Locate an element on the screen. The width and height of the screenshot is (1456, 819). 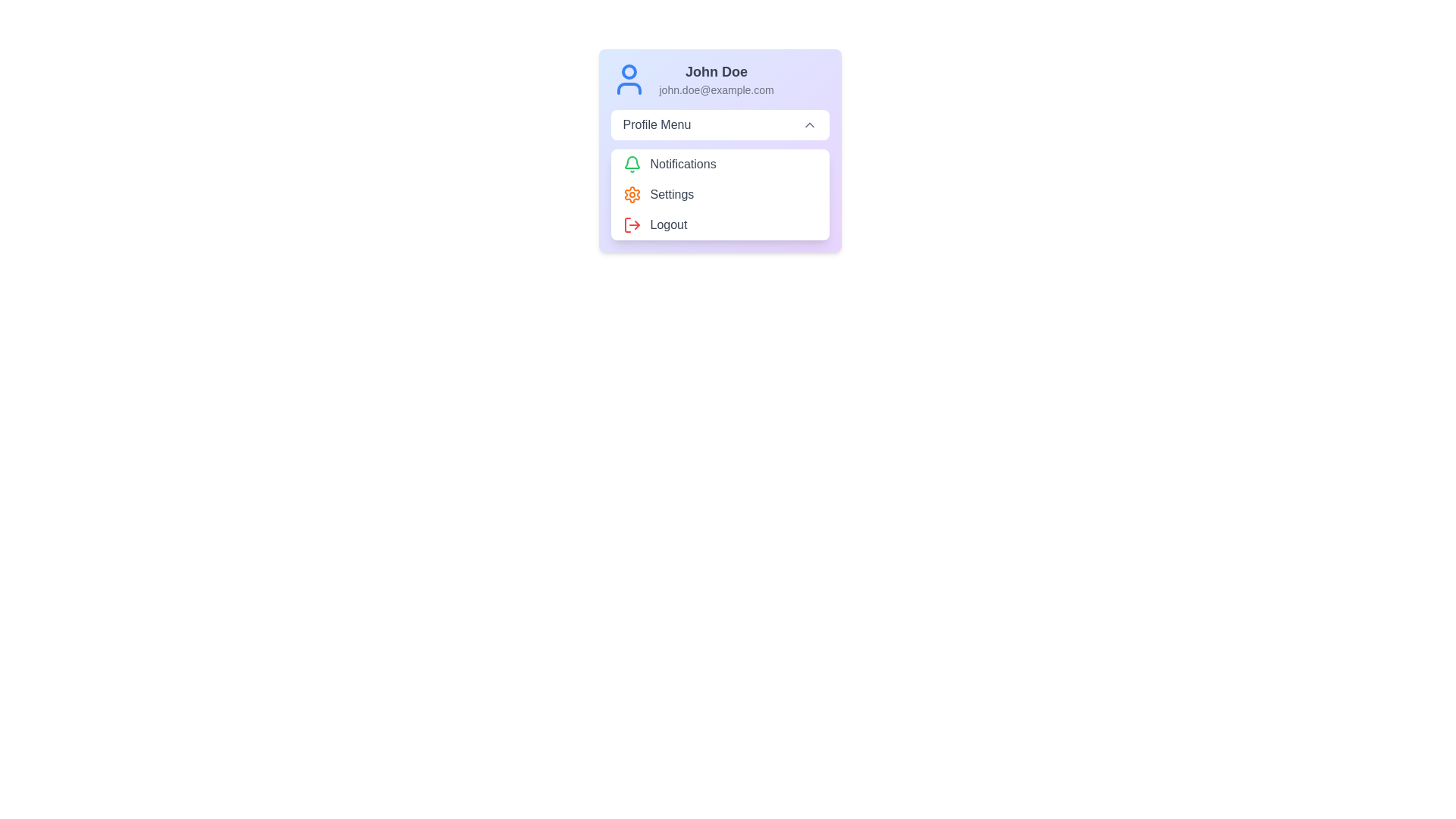
the upward-pointing chevron icon styled in gray, located to the right of the 'Profile Menu' text is located at coordinates (808, 124).